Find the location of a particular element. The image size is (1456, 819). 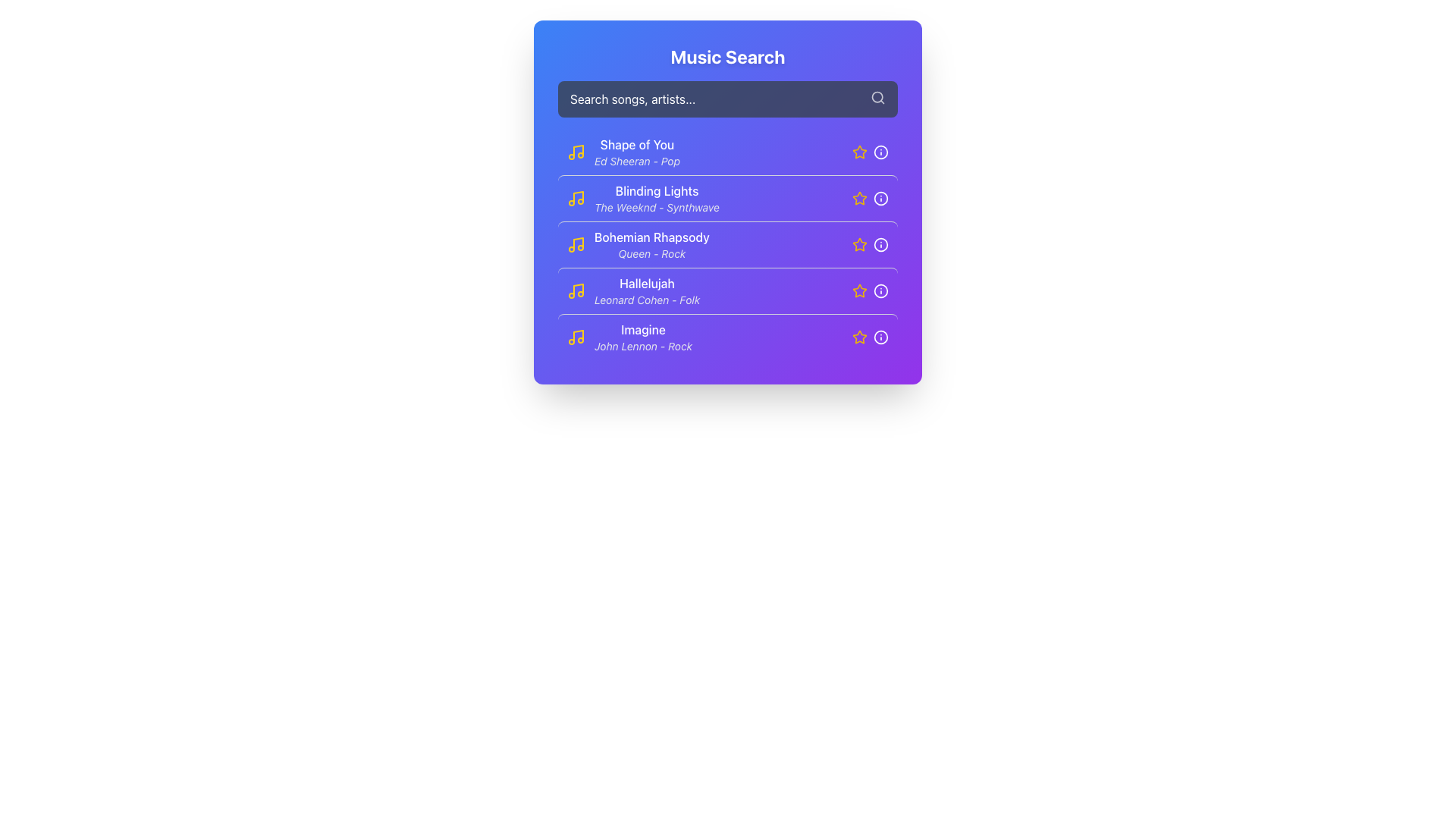

the circular SVG graphic icon that represents an information symbol next to the 'Bohemian Rhapsody' list item is located at coordinates (880, 244).